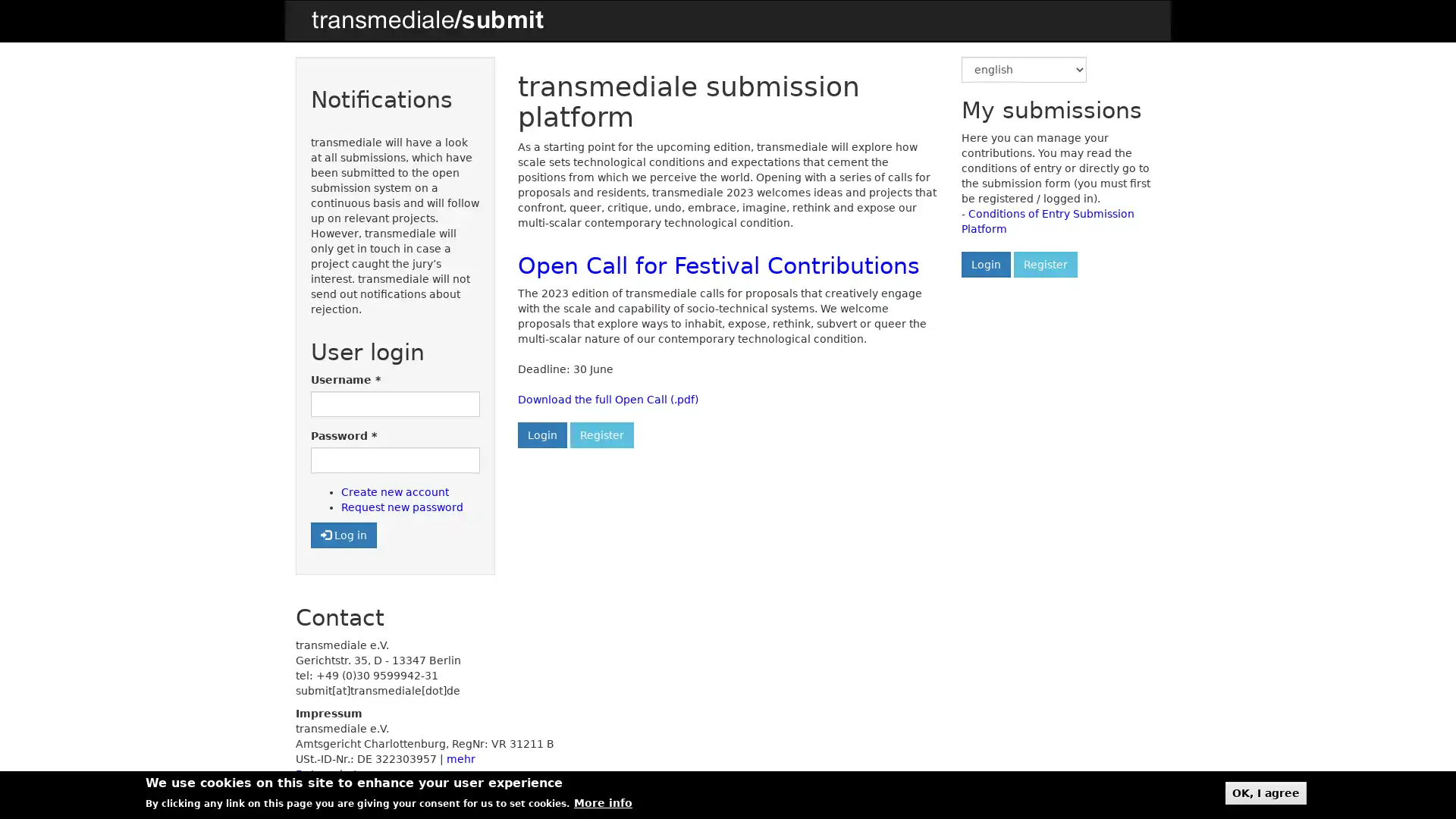 The image size is (1456, 819). I want to click on Log in, so click(343, 534).